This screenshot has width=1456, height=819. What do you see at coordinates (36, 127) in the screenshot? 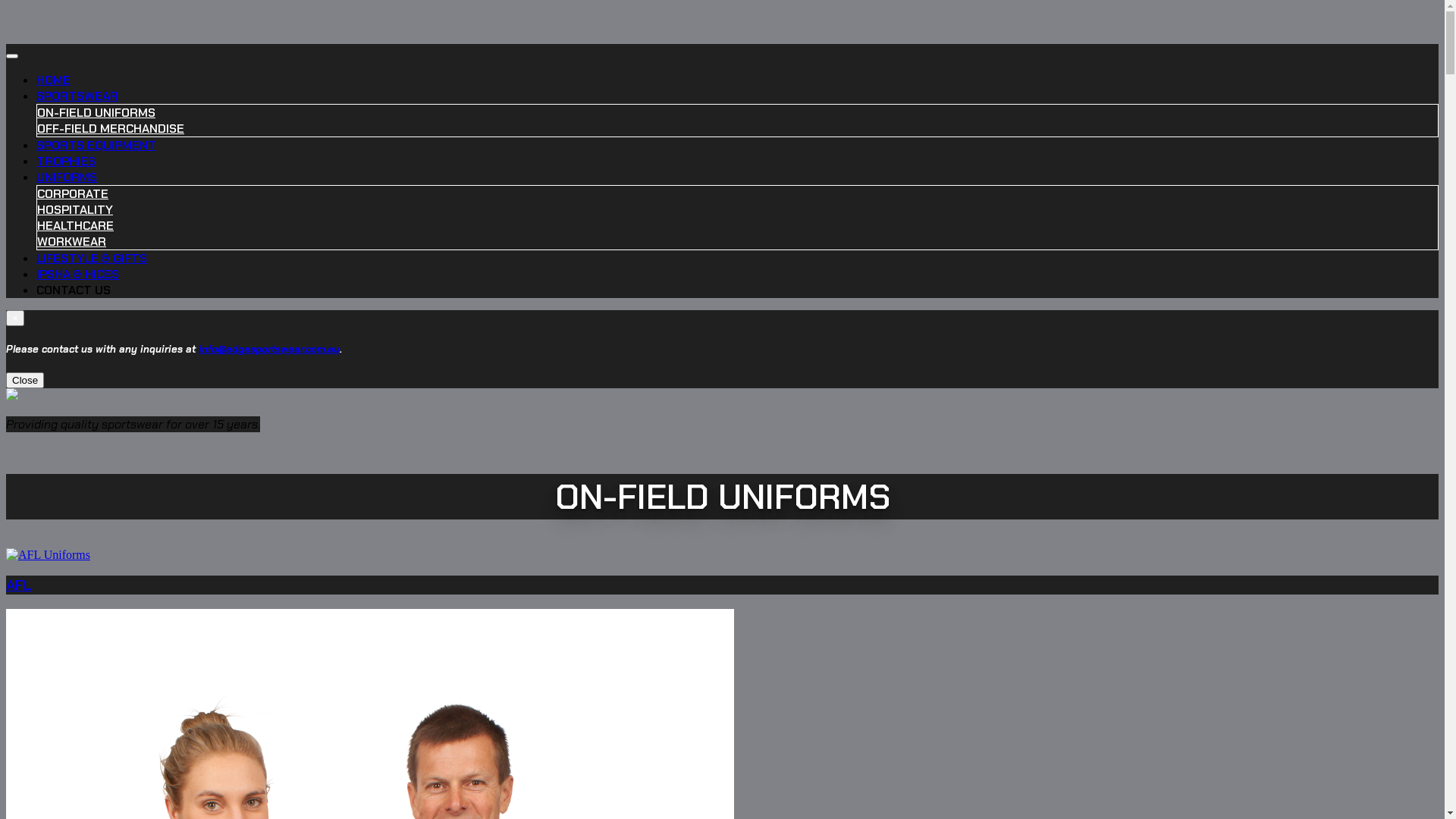
I see `'OFF-FIELD MERCHANDISE'` at bounding box center [36, 127].